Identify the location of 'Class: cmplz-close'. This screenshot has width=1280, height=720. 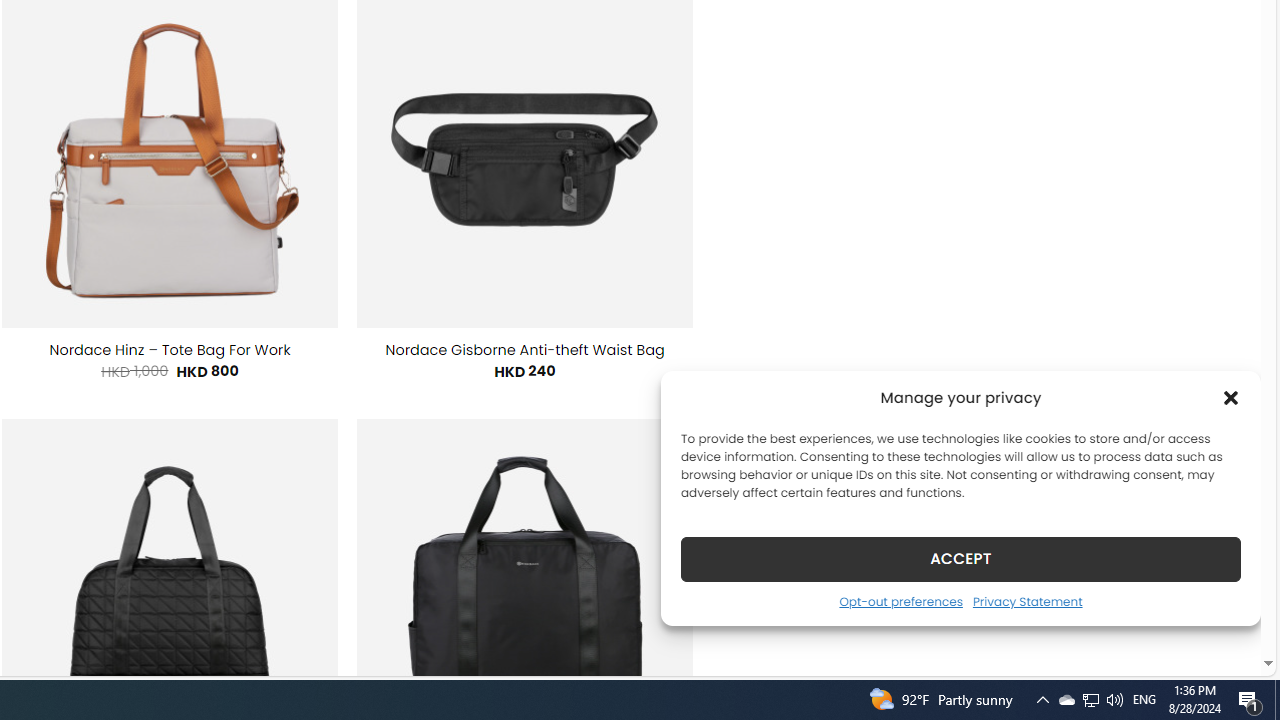
(1230, 397).